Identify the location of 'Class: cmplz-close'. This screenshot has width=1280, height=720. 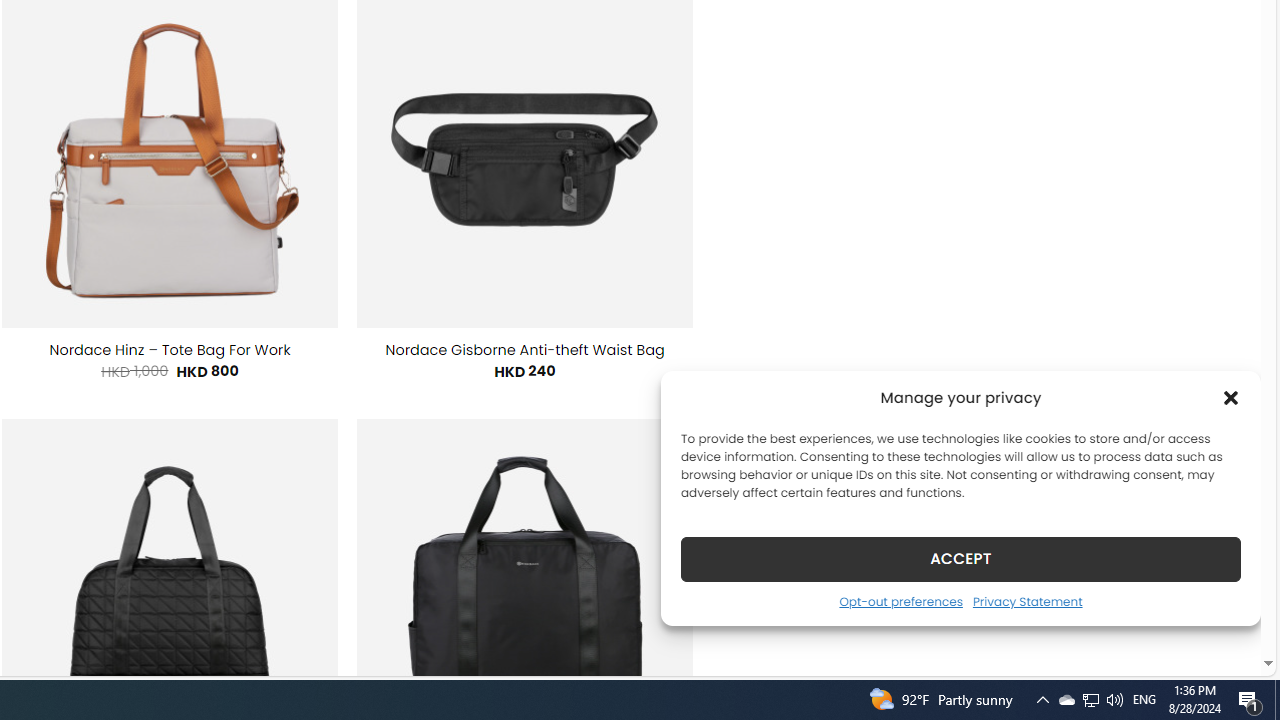
(1230, 397).